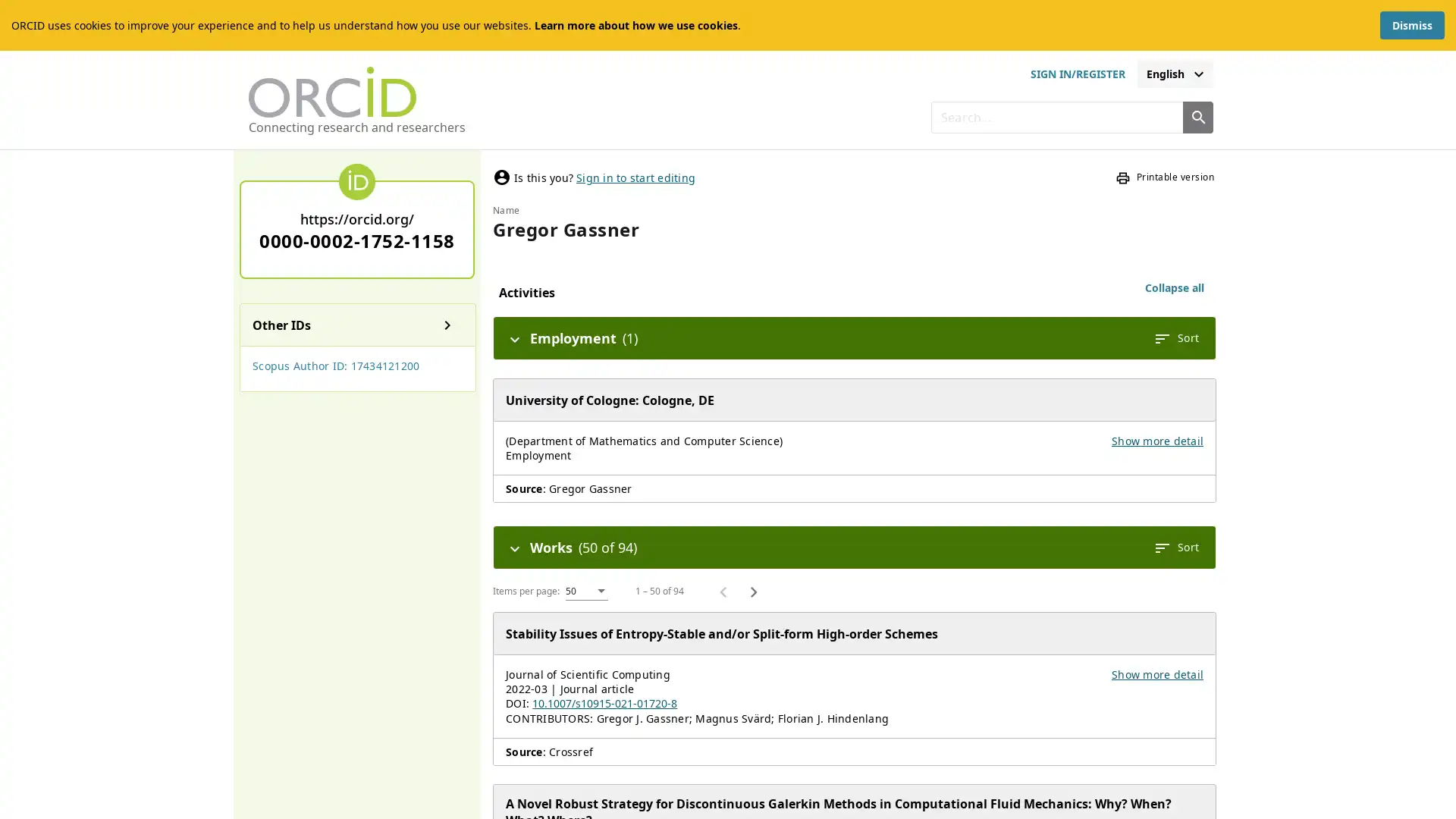  Describe the element at coordinates (723, 590) in the screenshot. I see `Previous page` at that location.